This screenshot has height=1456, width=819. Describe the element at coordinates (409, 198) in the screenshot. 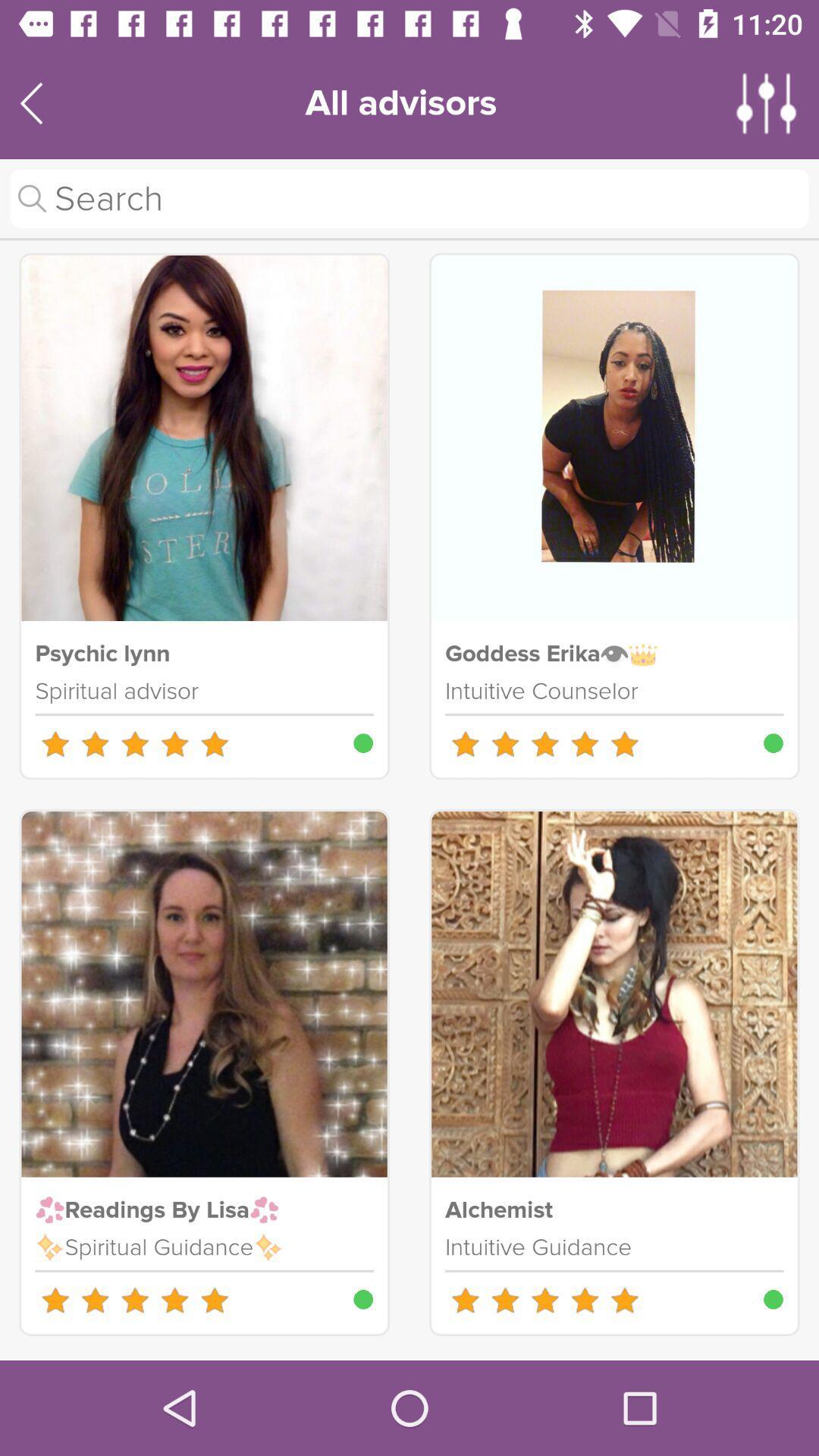

I see `search` at that location.